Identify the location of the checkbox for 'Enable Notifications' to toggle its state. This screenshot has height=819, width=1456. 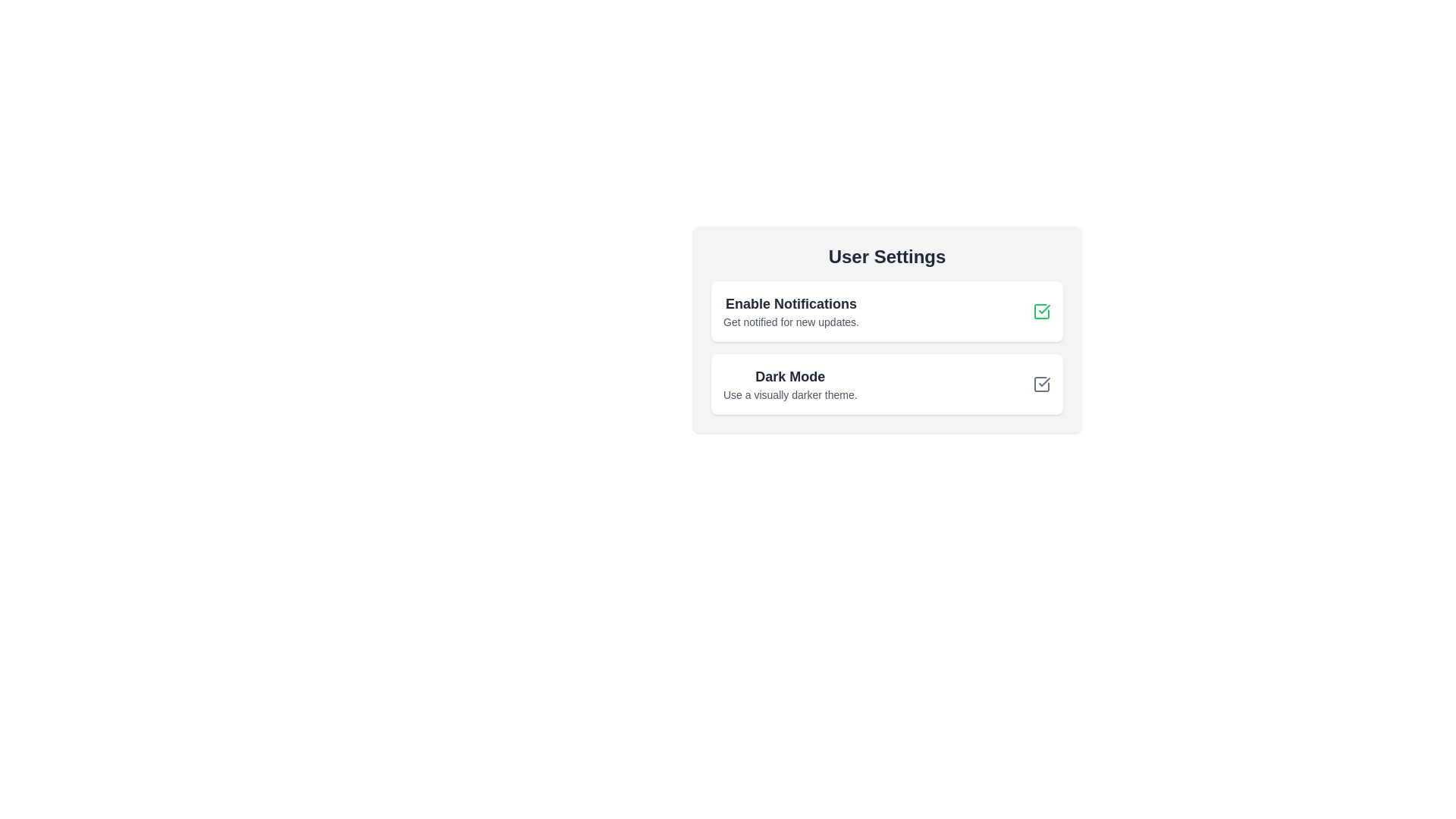
(1040, 311).